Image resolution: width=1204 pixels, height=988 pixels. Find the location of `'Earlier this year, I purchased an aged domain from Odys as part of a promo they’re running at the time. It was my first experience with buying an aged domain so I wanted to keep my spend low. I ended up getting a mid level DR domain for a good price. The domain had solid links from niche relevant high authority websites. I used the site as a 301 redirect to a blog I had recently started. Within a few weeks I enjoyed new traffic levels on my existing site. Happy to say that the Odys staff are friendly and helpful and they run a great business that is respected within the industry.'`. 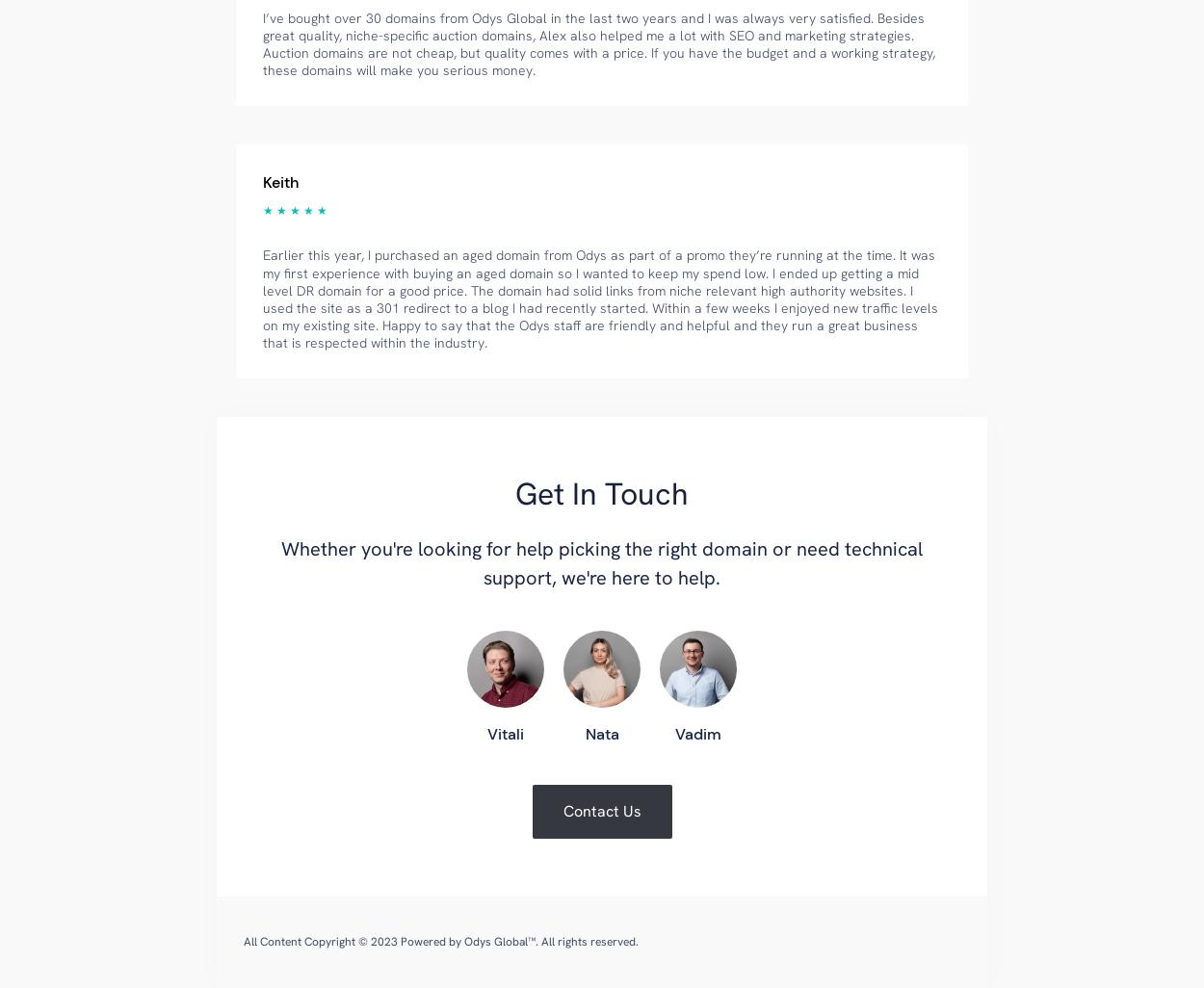

'Earlier this year, I purchased an aged domain from Odys as part of a promo they’re running at the time. It was my first experience with buying an aged domain so I wanted to keep my spend low. I ended up getting a mid level DR domain for a good price. The domain had solid links from niche relevant high authority websites. I used the site as a 301 redirect to a blog I had recently started. Within a few weeks I enjoyed new traffic levels on my existing site. Happy to say that the Odys staff are friendly and helpful and they run a great business that is respected within the industry.' is located at coordinates (599, 299).